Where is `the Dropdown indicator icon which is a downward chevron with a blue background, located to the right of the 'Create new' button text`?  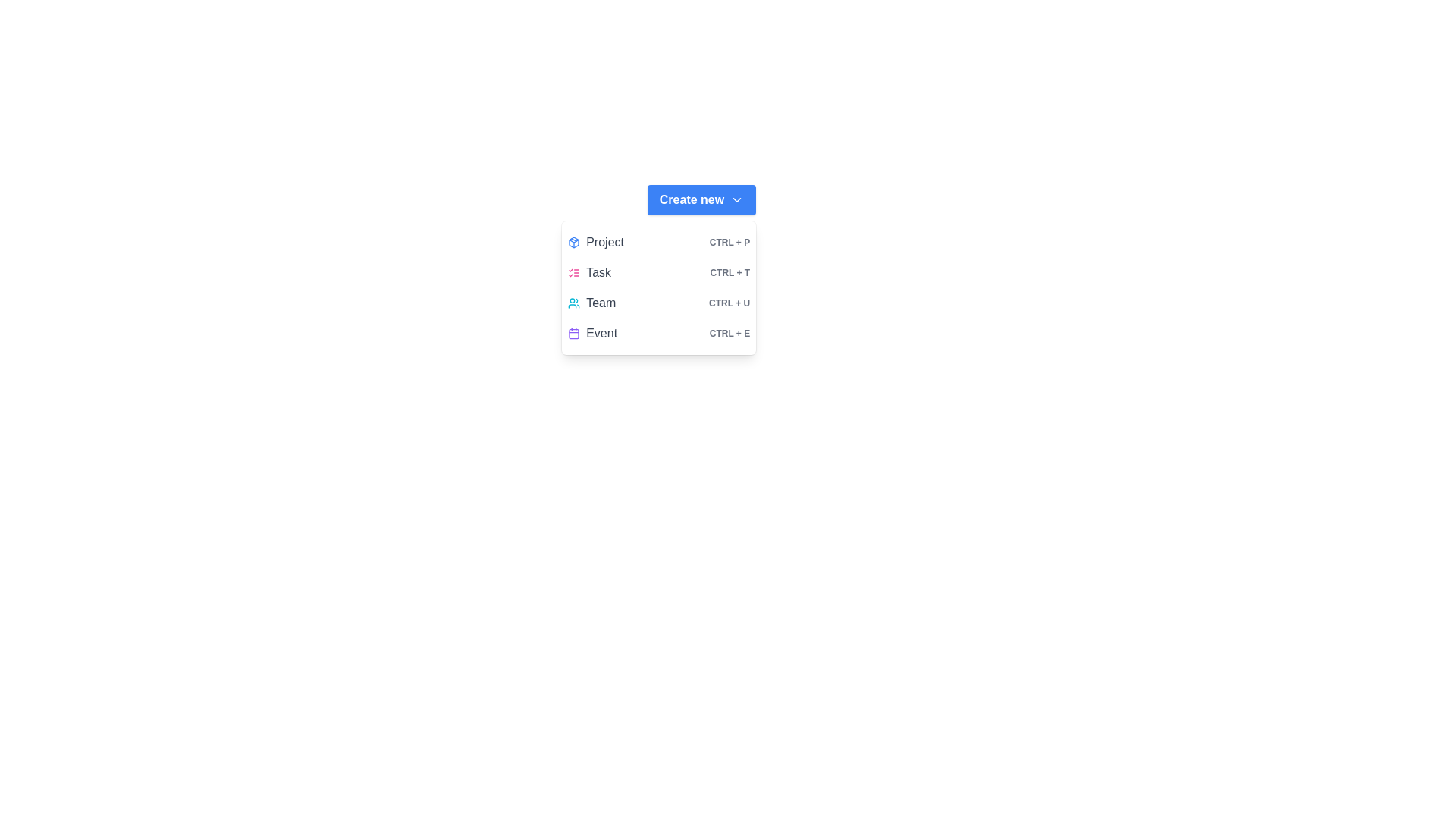 the Dropdown indicator icon which is a downward chevron with a blue background, located to the right of the 'Create new' button text is located at coordinates (737, 199).